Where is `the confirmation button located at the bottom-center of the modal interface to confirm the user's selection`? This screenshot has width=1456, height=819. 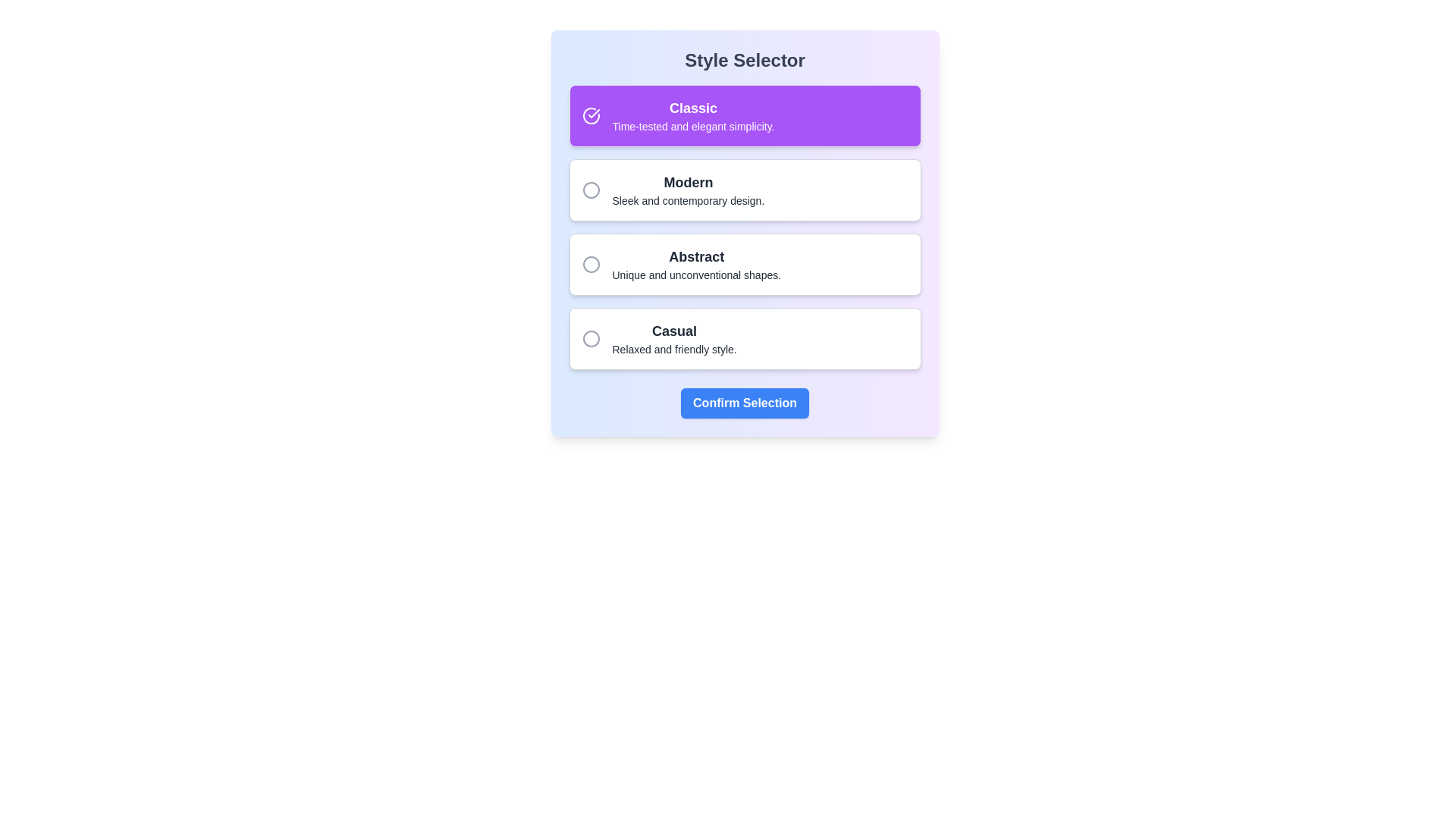 the confirmation button located at the bottom-center of the modal interface to confirm the user's selection is located at coordinates (745, 403).